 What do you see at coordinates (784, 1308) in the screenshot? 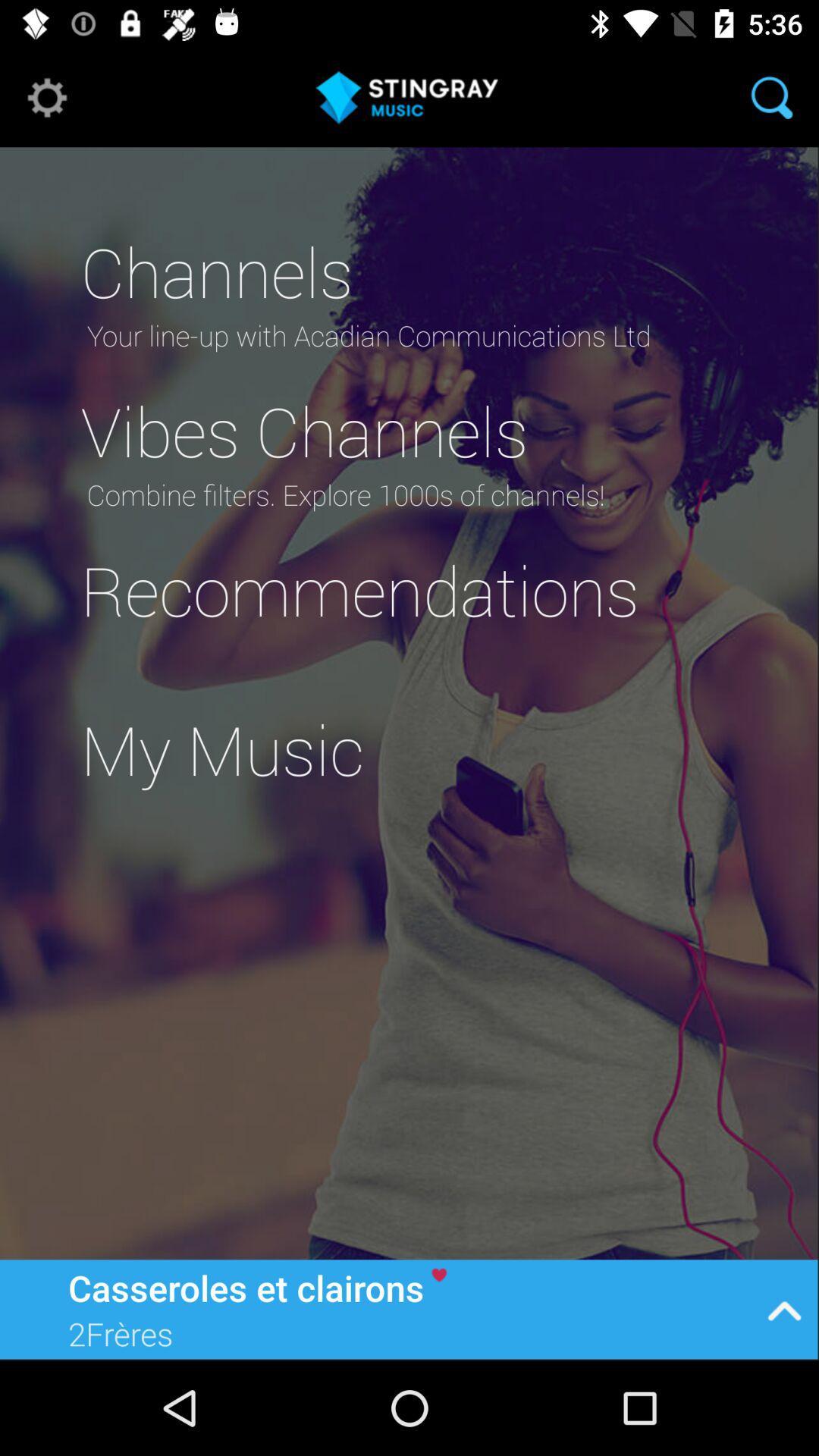
I see `the expand_less icon` at bounding box center [784, 1308].